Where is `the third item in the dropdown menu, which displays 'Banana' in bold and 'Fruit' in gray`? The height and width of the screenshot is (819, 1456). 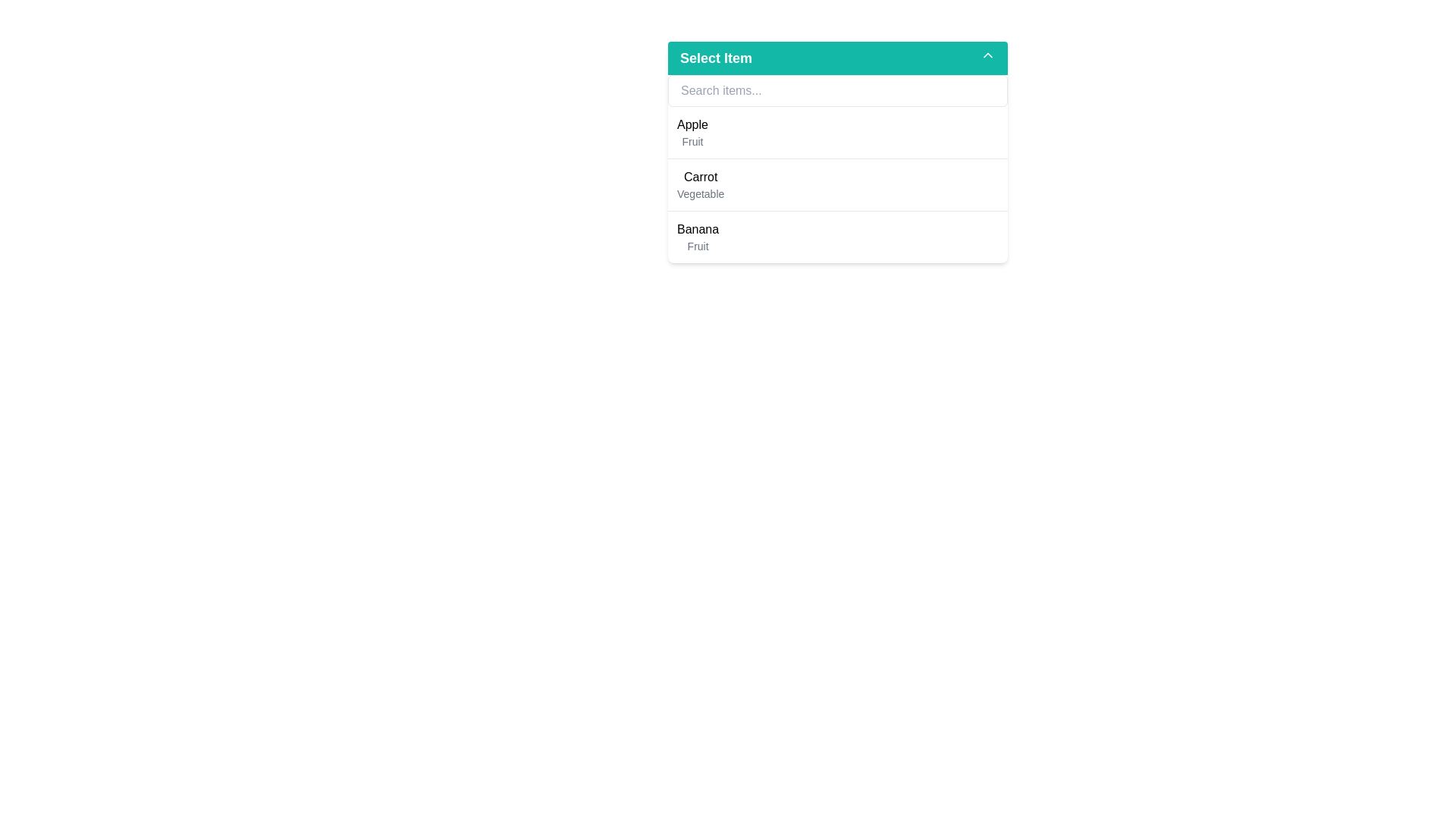 the third item in the dropdown menu, which displays 'Banana' in bold and 'Fruit' in gray is located at coordinates (836, 237).